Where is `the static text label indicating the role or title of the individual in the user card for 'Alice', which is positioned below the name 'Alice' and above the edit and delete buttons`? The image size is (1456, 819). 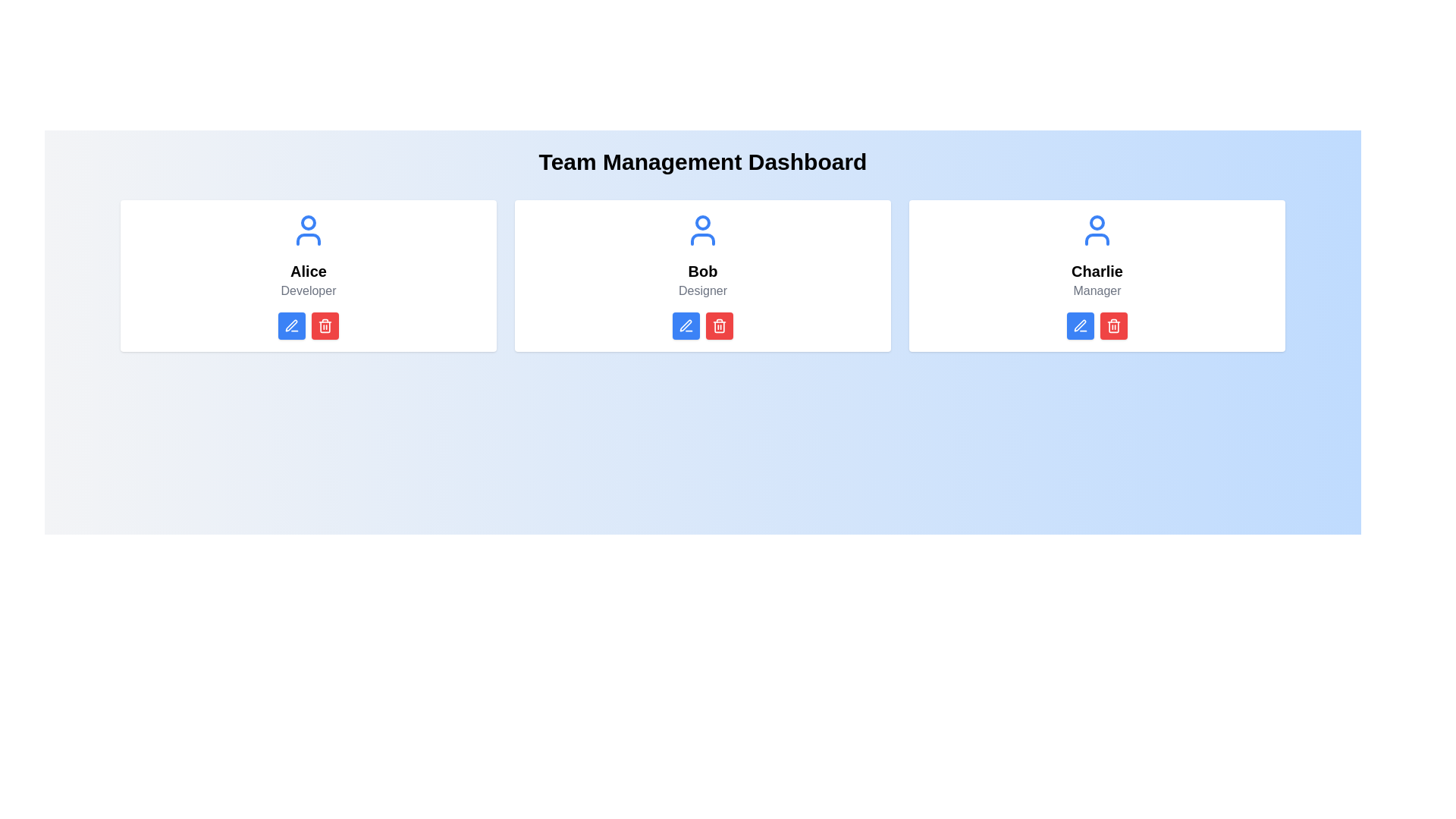 the static text label indicating the role or title of the individual in the user card for 'Alice', which is positioned below the name 'Alice' and above the edit and delete buttons is located at coordinates (308, 291).